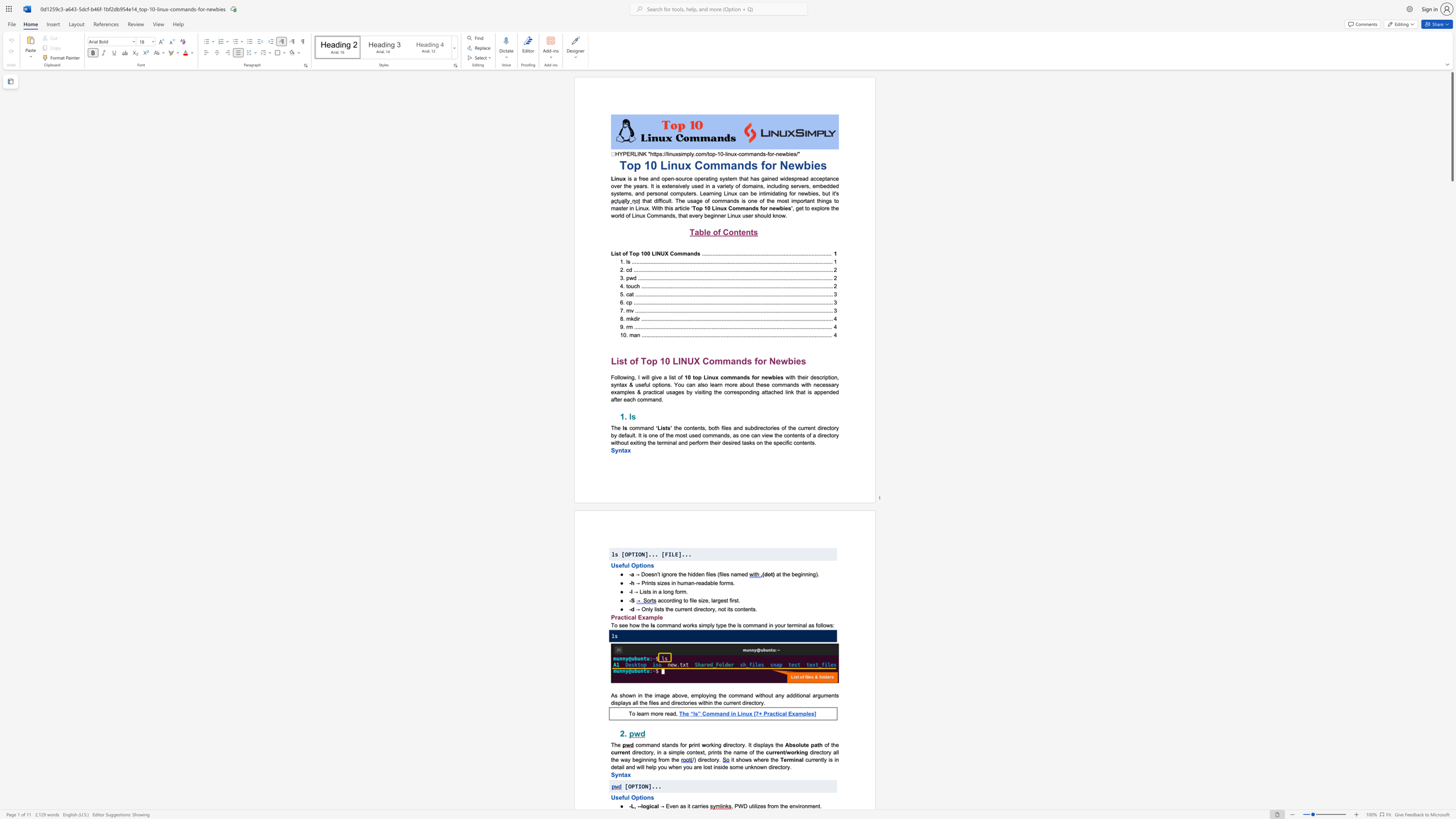 This screenshot has height=819, width=1456. What do you see at coordinates (788, 573) in the screenshot?
I see `the 1th character "e" in the text` at bounding box center [788, 573].